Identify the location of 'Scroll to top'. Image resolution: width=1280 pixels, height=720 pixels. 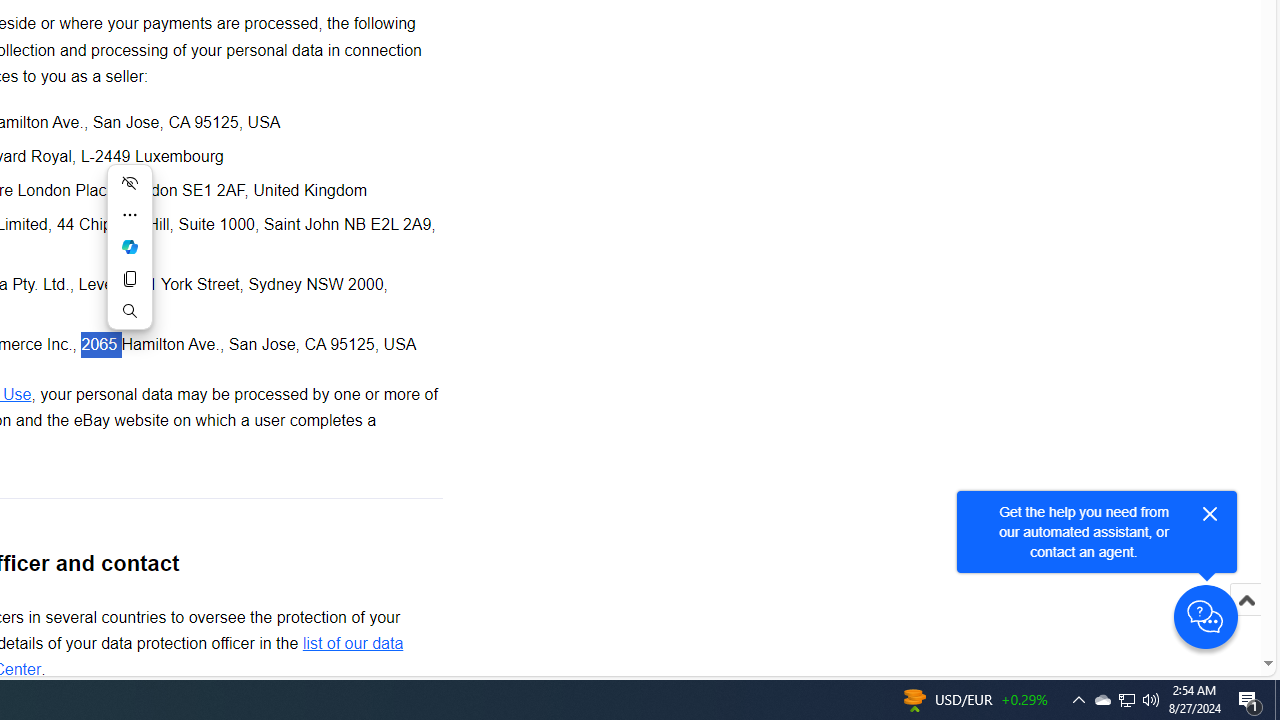
(1245, 598).